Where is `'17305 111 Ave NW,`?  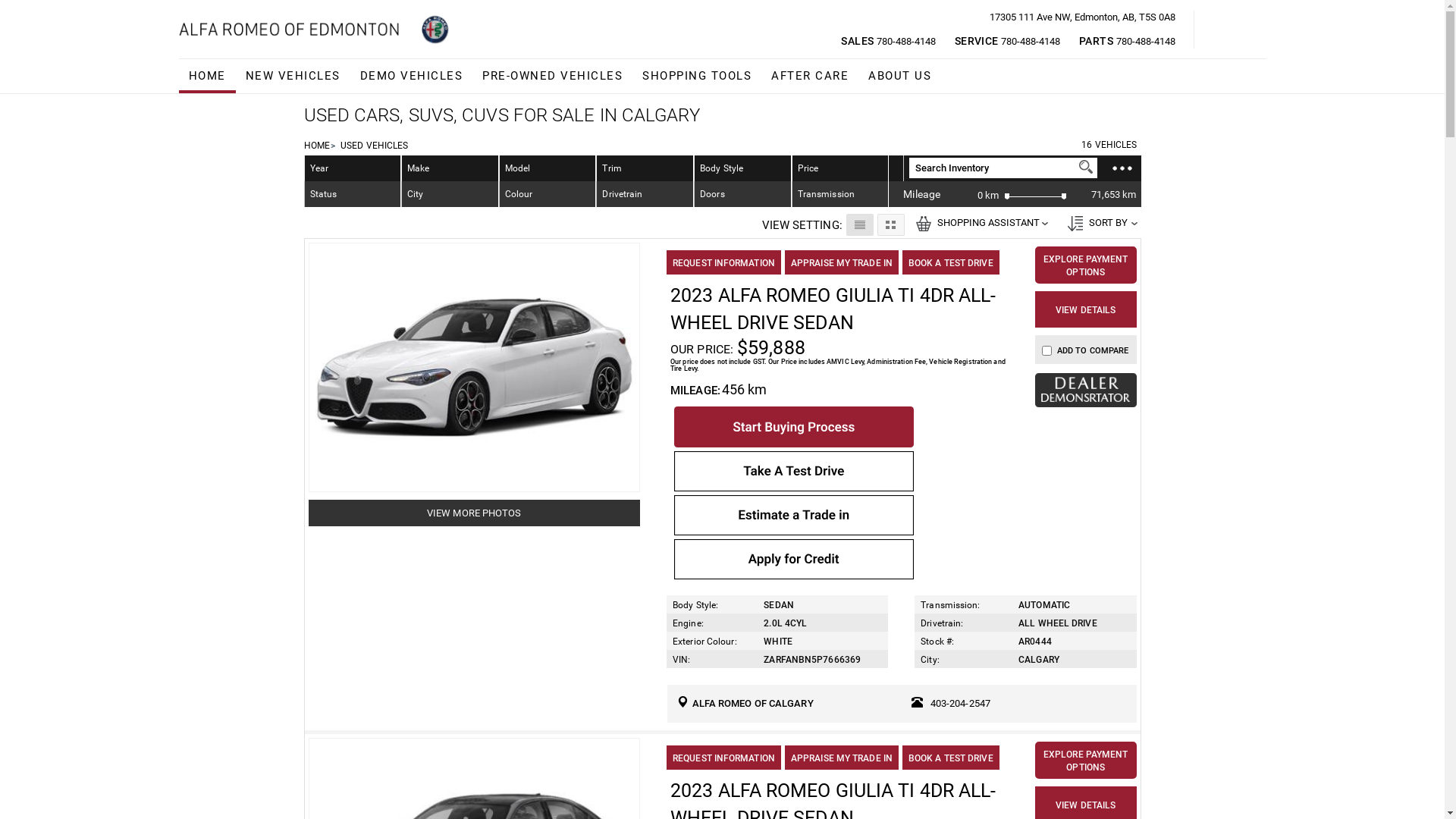
'17305 111 Ave NW, is located at coordinates (1081, 17).